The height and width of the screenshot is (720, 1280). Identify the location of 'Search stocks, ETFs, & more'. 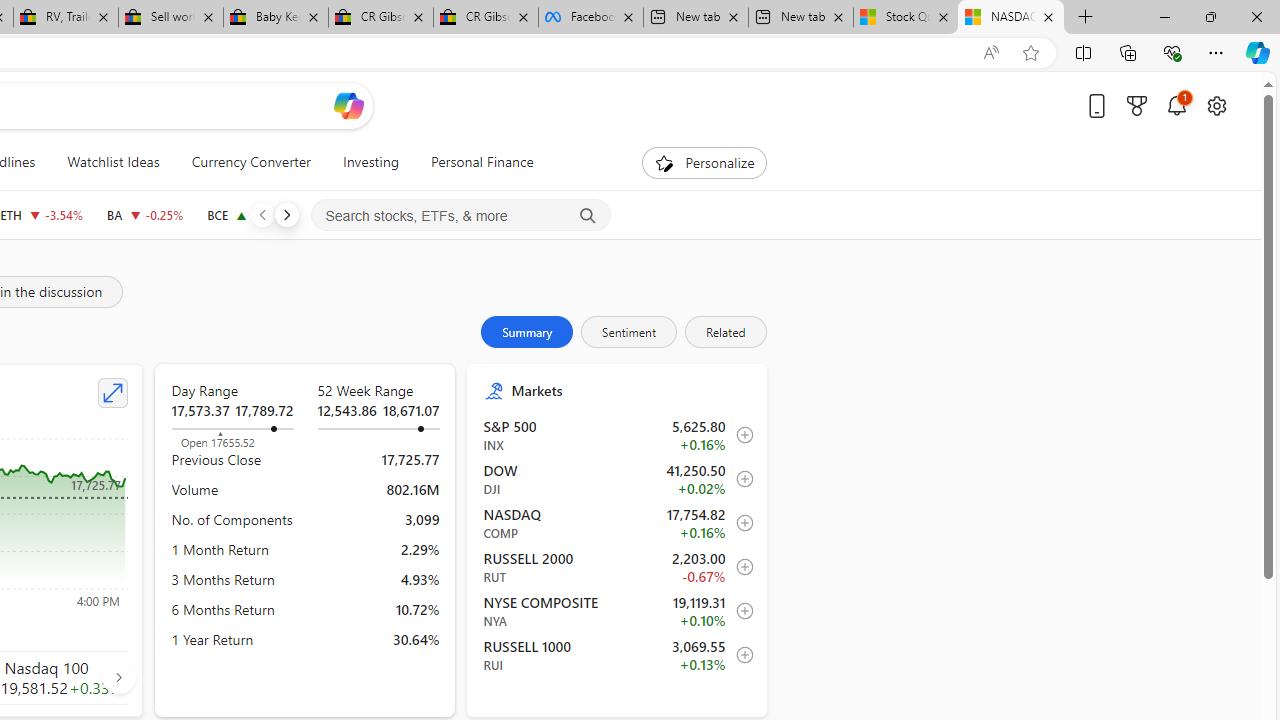
(460, 216).